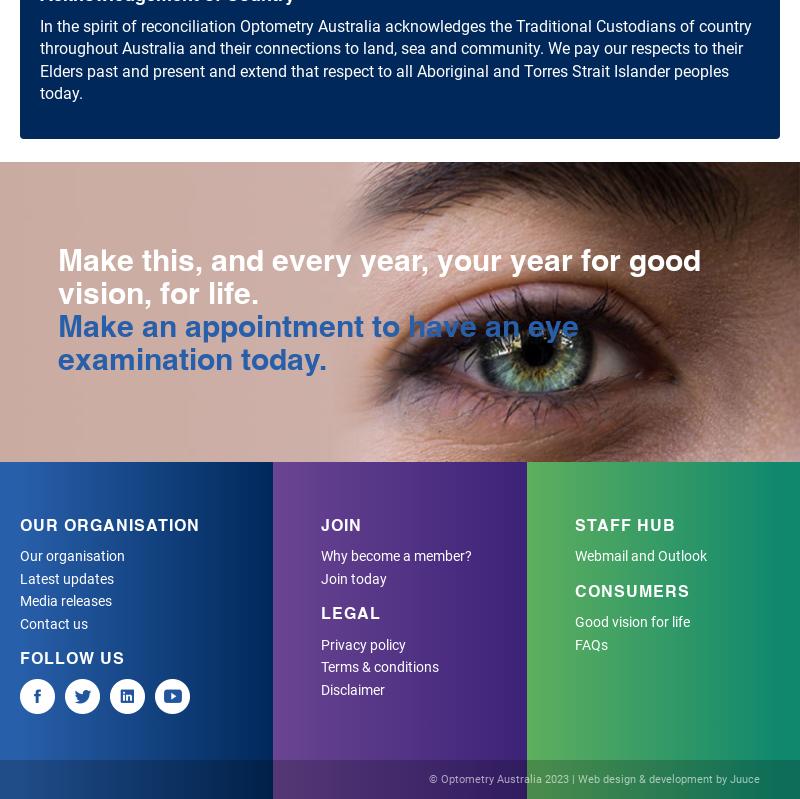 This screenshot has width=800, height=799. Describe the element at coordinates (72, 657) in the screenshot. I see `'Follow Us'` at that location.